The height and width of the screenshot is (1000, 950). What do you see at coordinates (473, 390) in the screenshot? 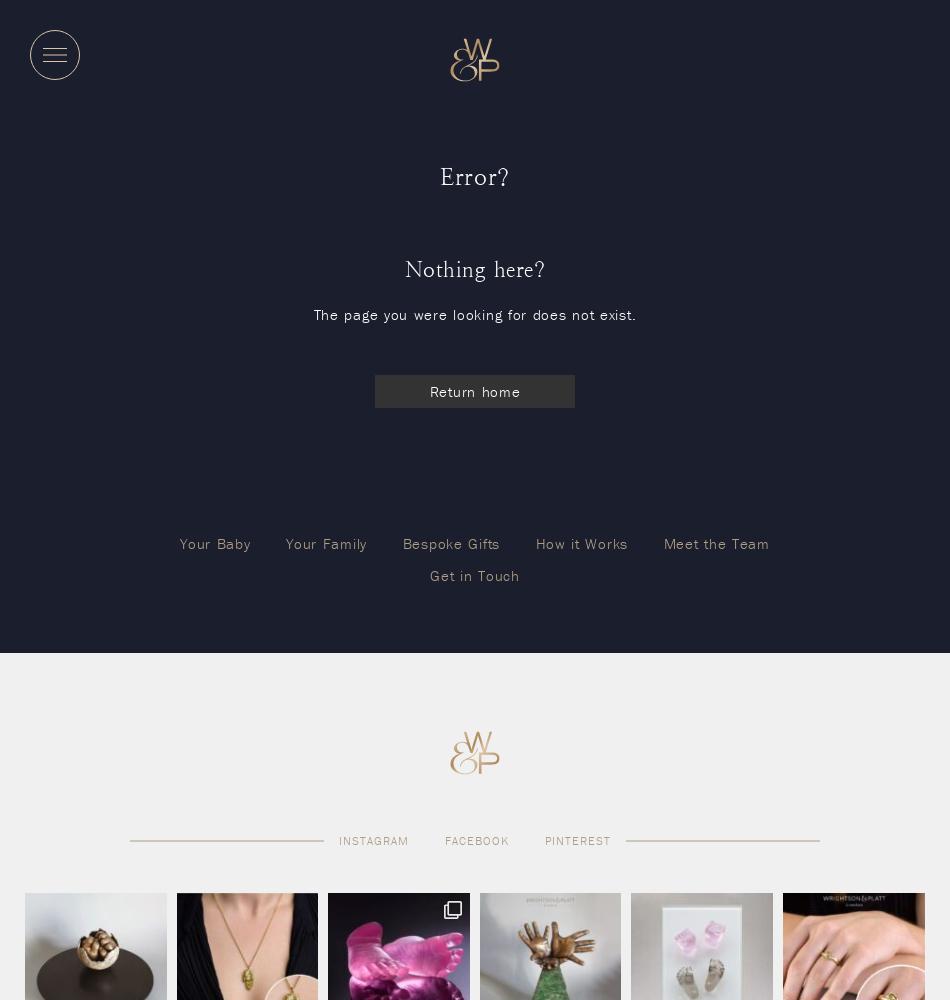
I see `'Return home'` at bounding box center [473, 390].